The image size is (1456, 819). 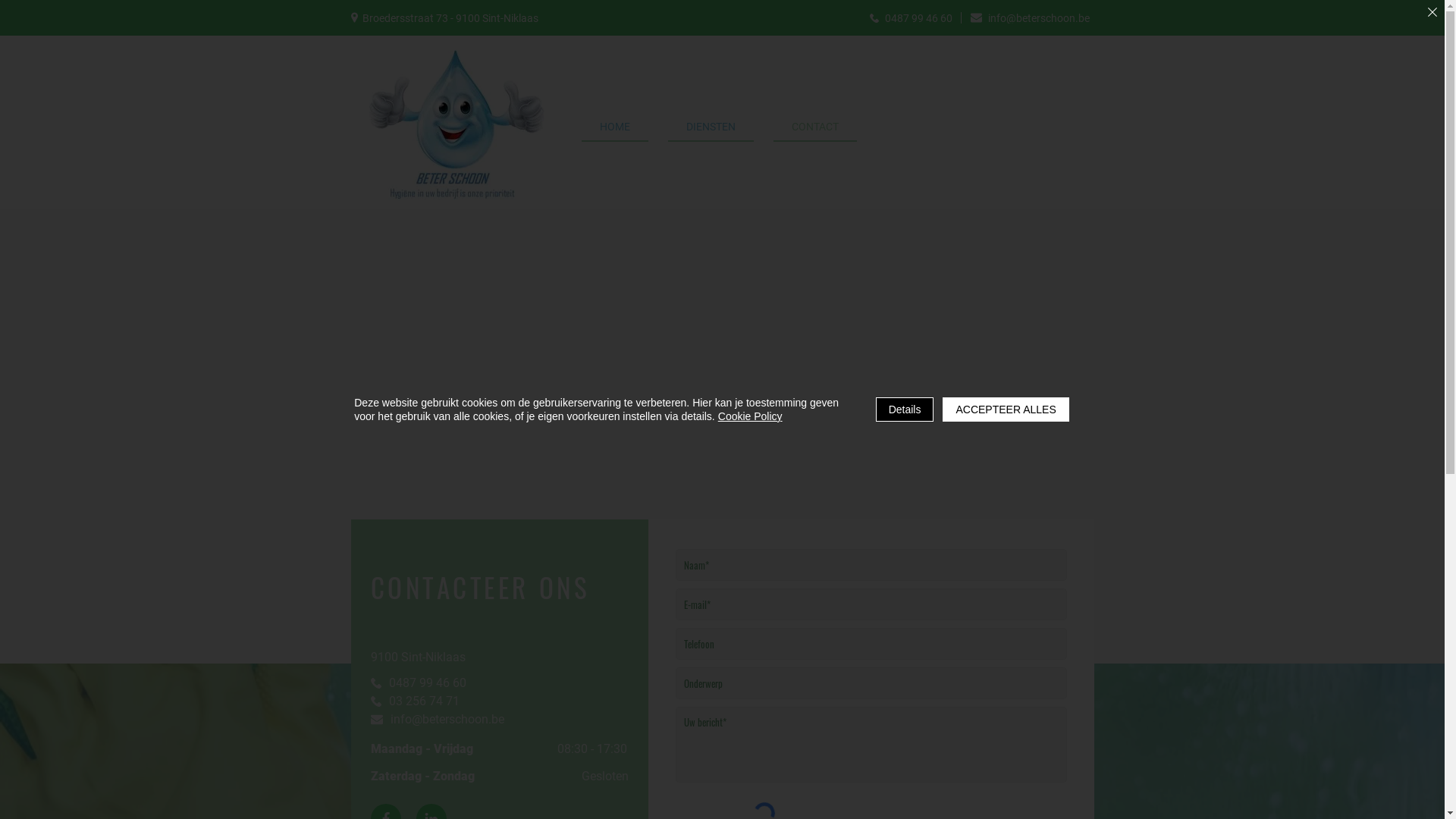 I want to click on 'ACCEPTEER ALLES', so click(x=1005, y=409).